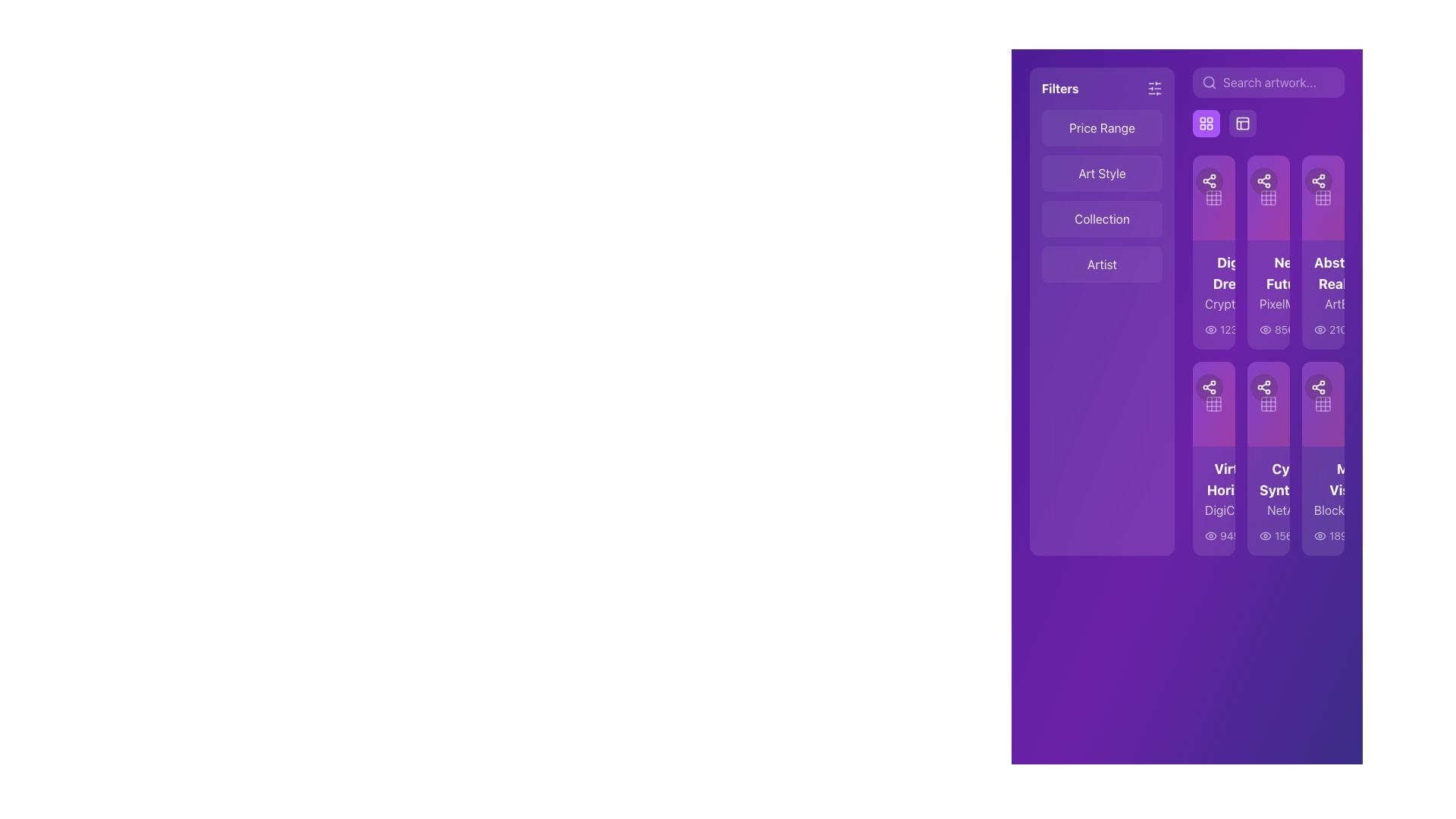 The height and width of the screenshot is (819, 1456). I want to click on the visibility indicator icon located in the same row as the item titled 'Cyber Synth', positioned to the left of the text '1567', so click(1266, 535).